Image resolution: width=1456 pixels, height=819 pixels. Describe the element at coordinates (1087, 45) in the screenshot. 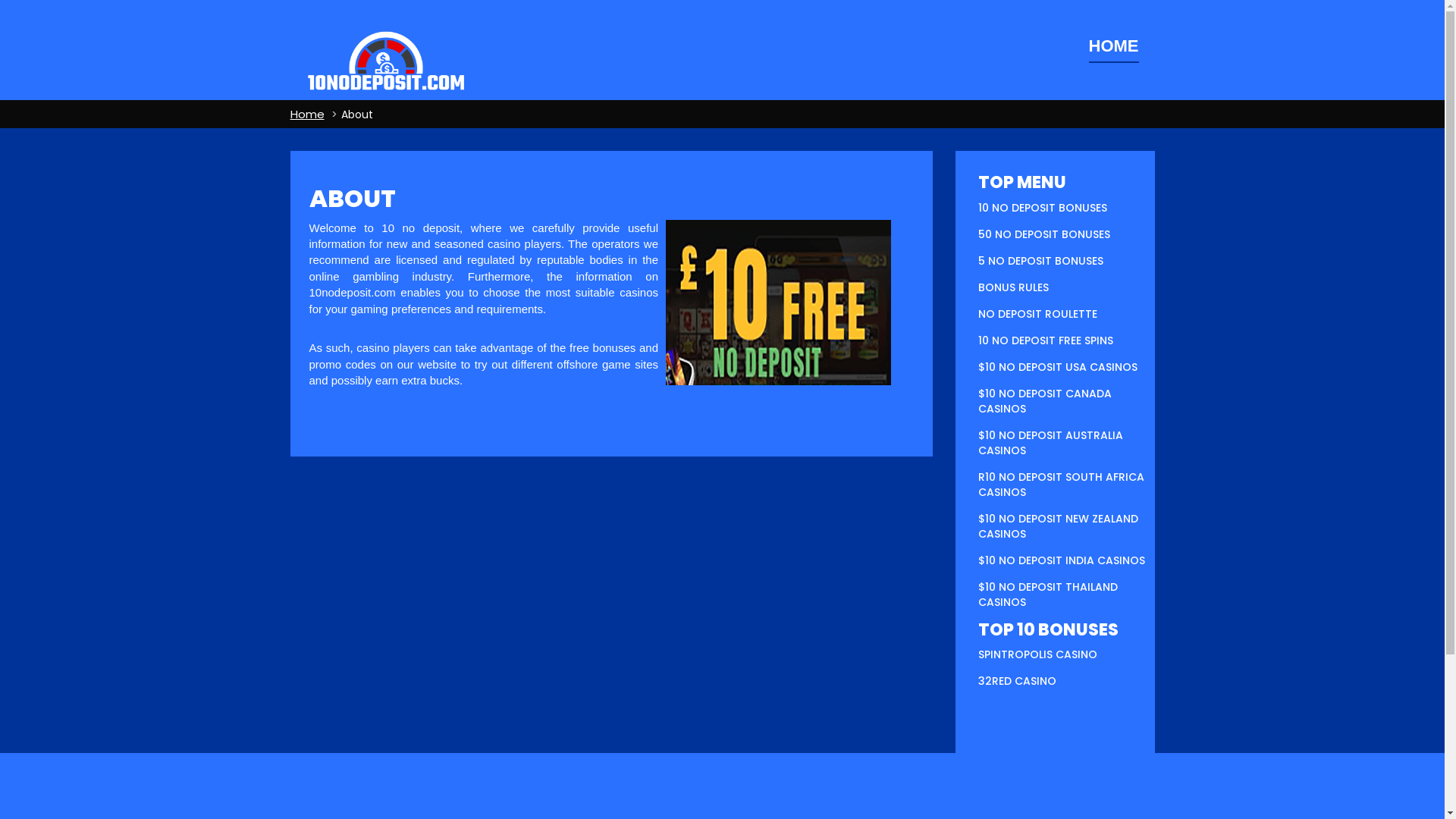

I see `'HOME'` at that location.